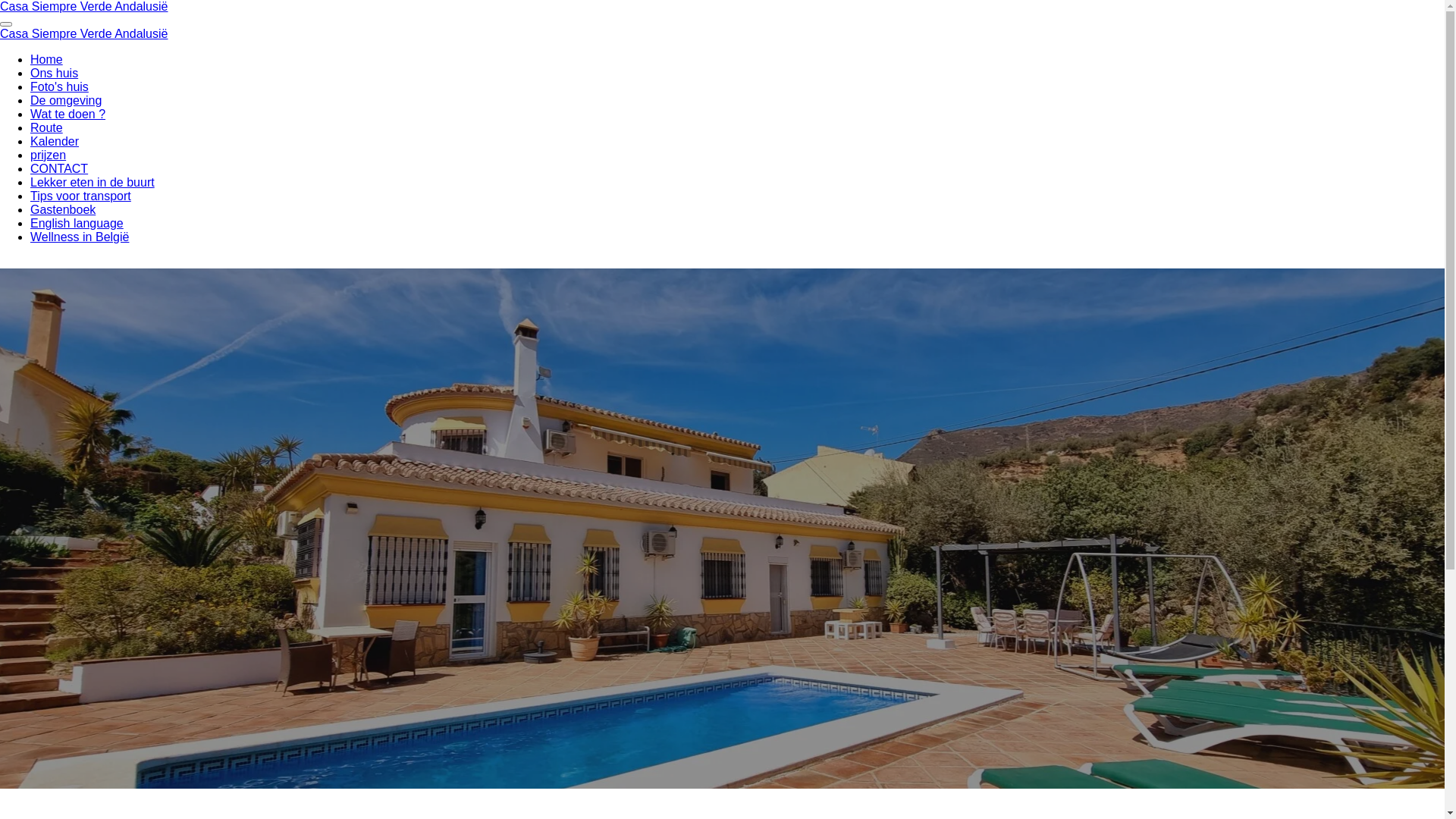 The width and height of the screenshot is (1456, 819). Describe the element at coordinates (59, 86) in the screenshot. I see `'Foto's huis'` at that location.